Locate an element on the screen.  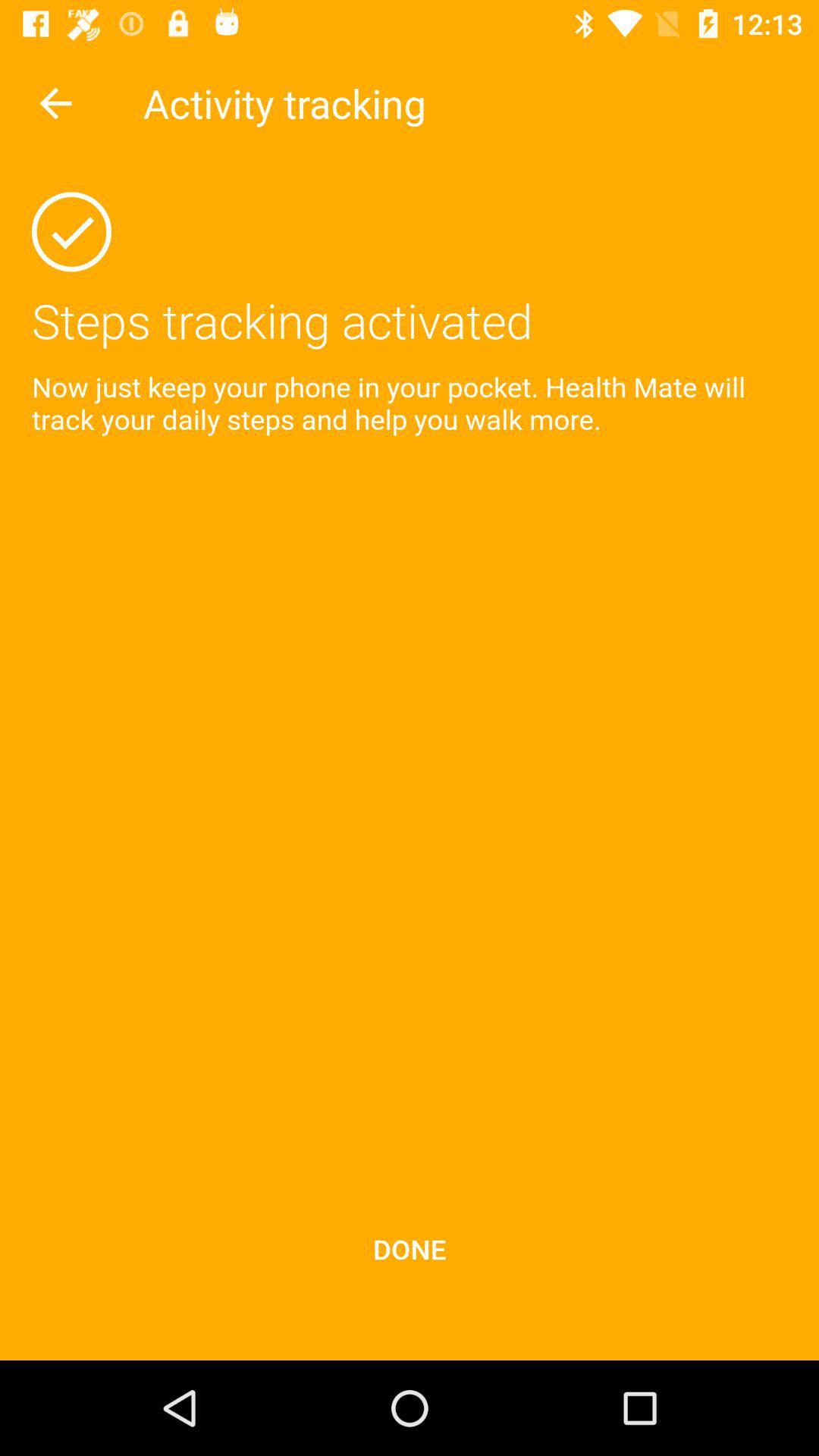
the done item is located at coordinates (409, 1248).